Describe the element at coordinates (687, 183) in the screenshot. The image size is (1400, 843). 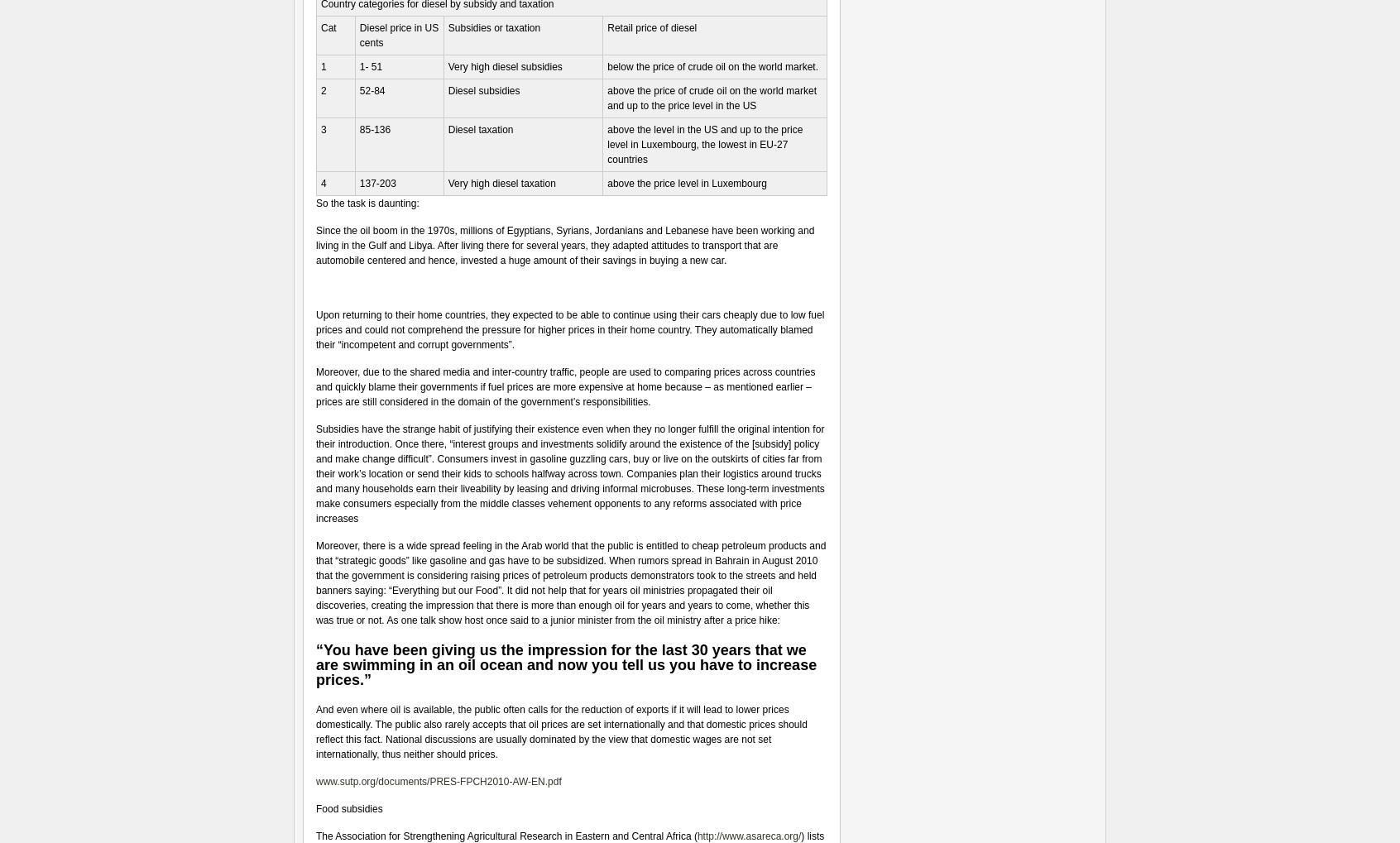
I see `'above the price level in Luxembourg'` at that location.